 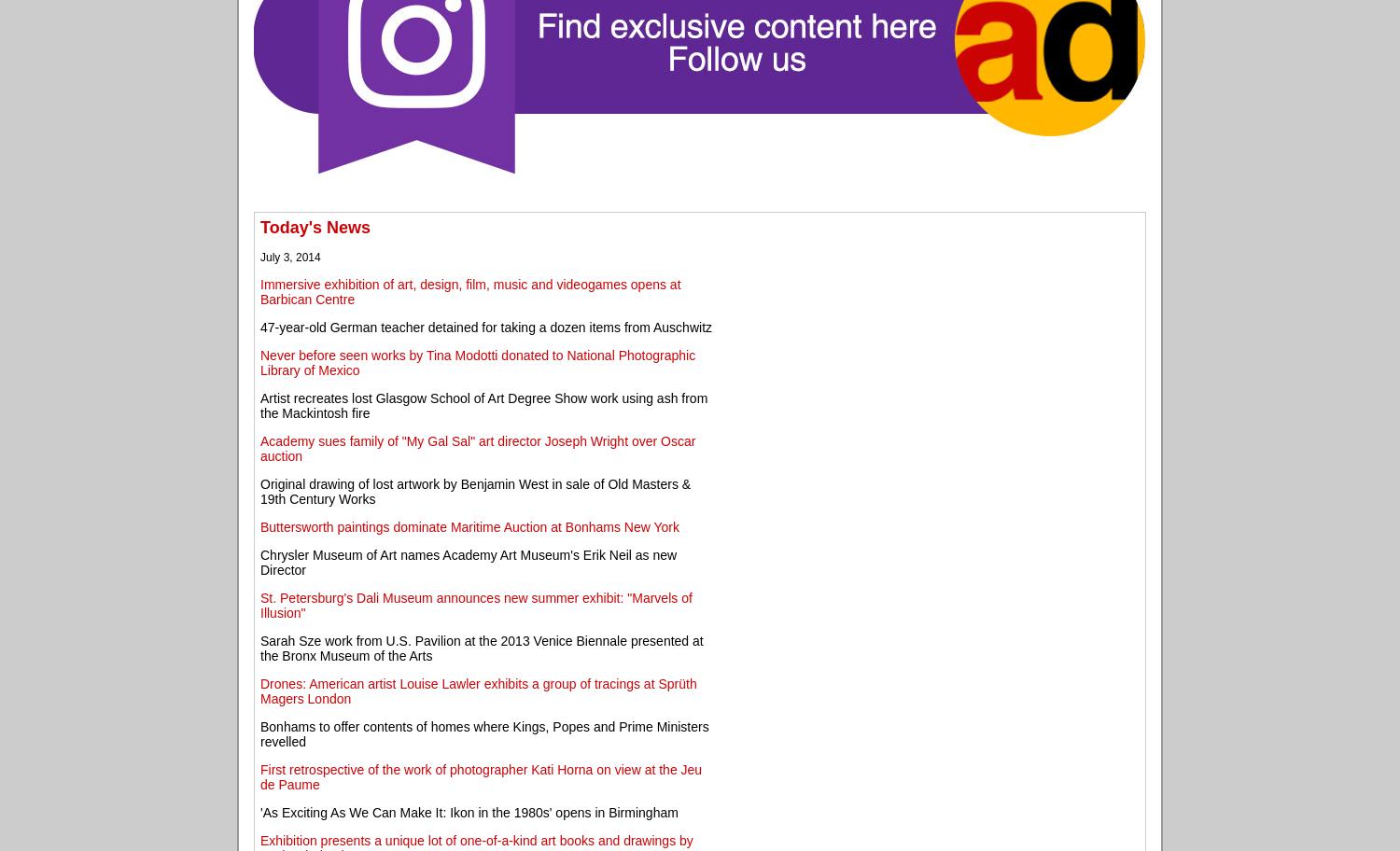 I want to click on 'Never before seen works by Tina Modotti donated to National Photographic Library of Mexico', so click(x=477, y=361).